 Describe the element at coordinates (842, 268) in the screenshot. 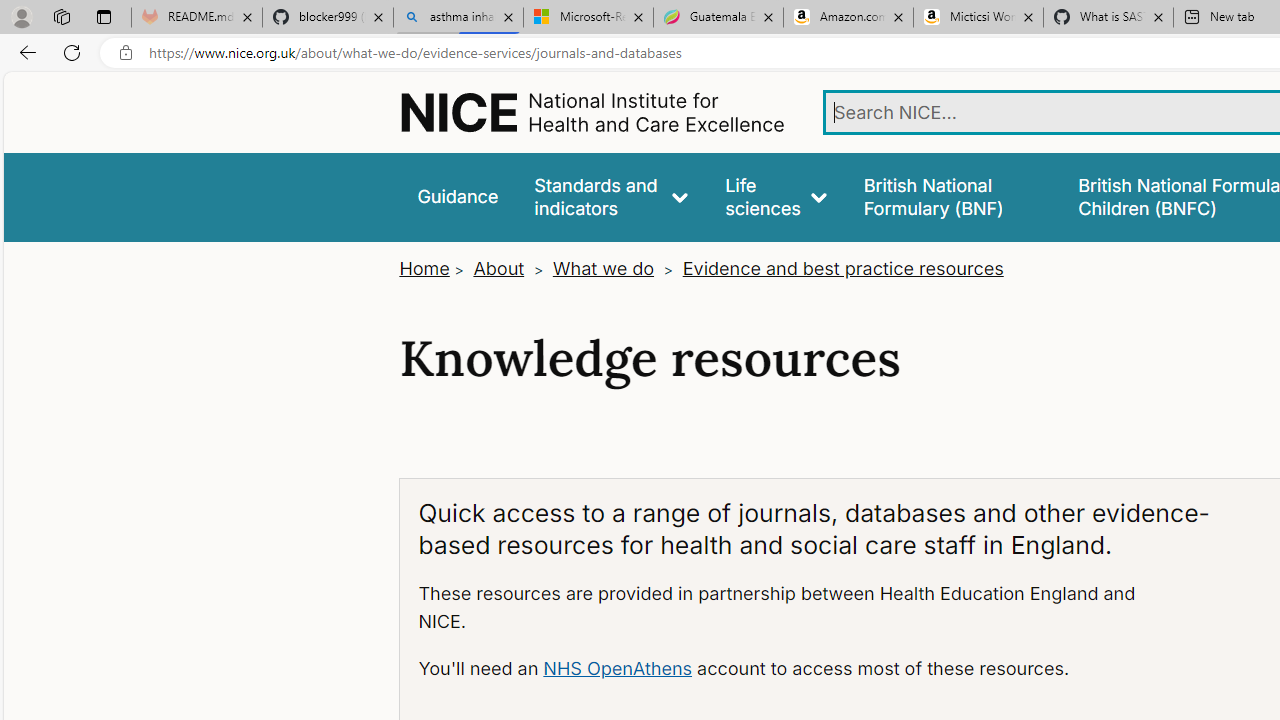

I see `'Evidence and best practice resources'` at that location.